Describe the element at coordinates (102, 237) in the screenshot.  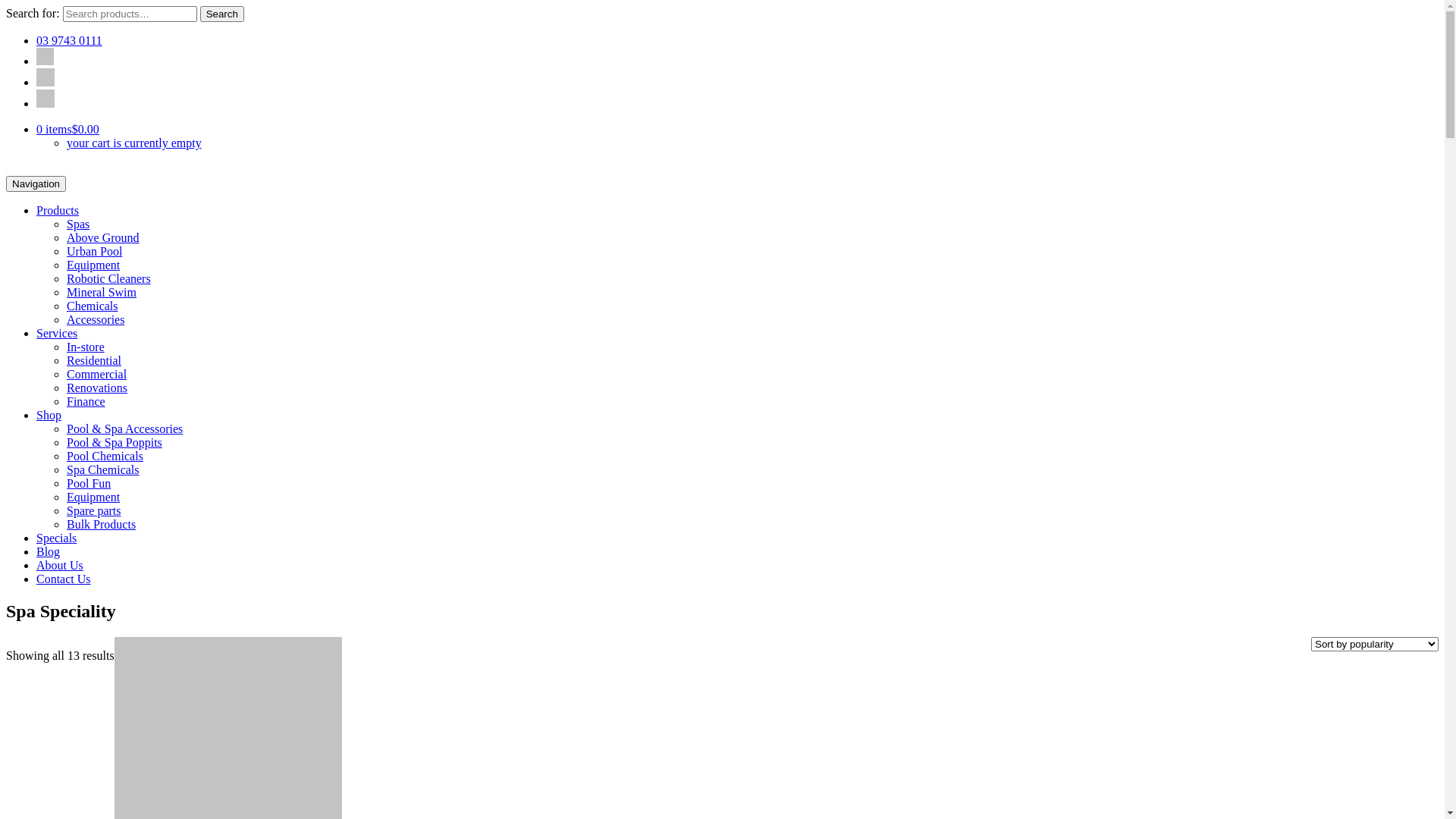
I see `'Above Ground'` at that location.